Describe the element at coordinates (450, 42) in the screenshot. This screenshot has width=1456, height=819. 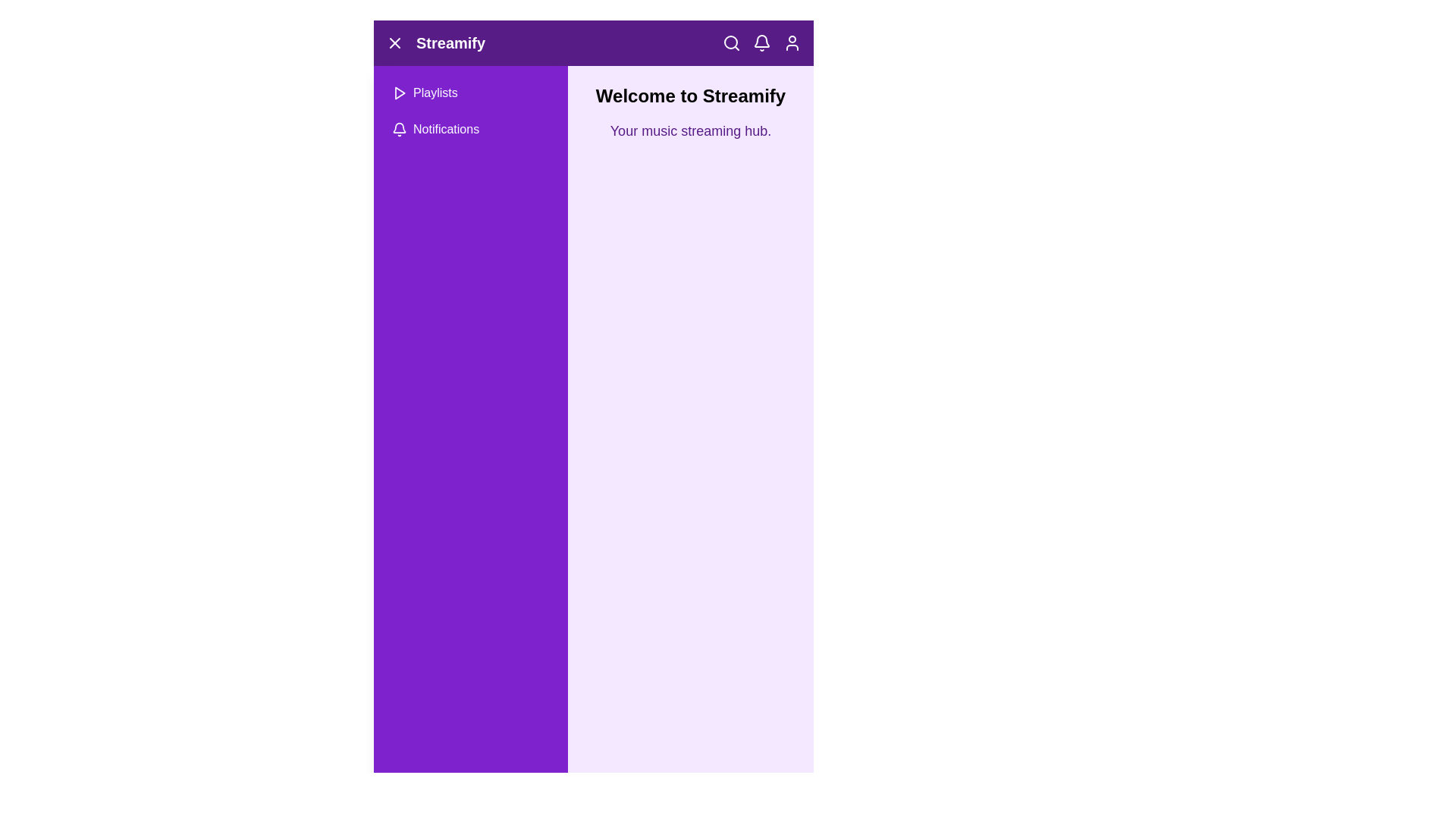
I see `the static text label displaying the application's name, located near the center of the top navigation bar, to the right of an 'X' icon and aligned horizontally with it` at that location.